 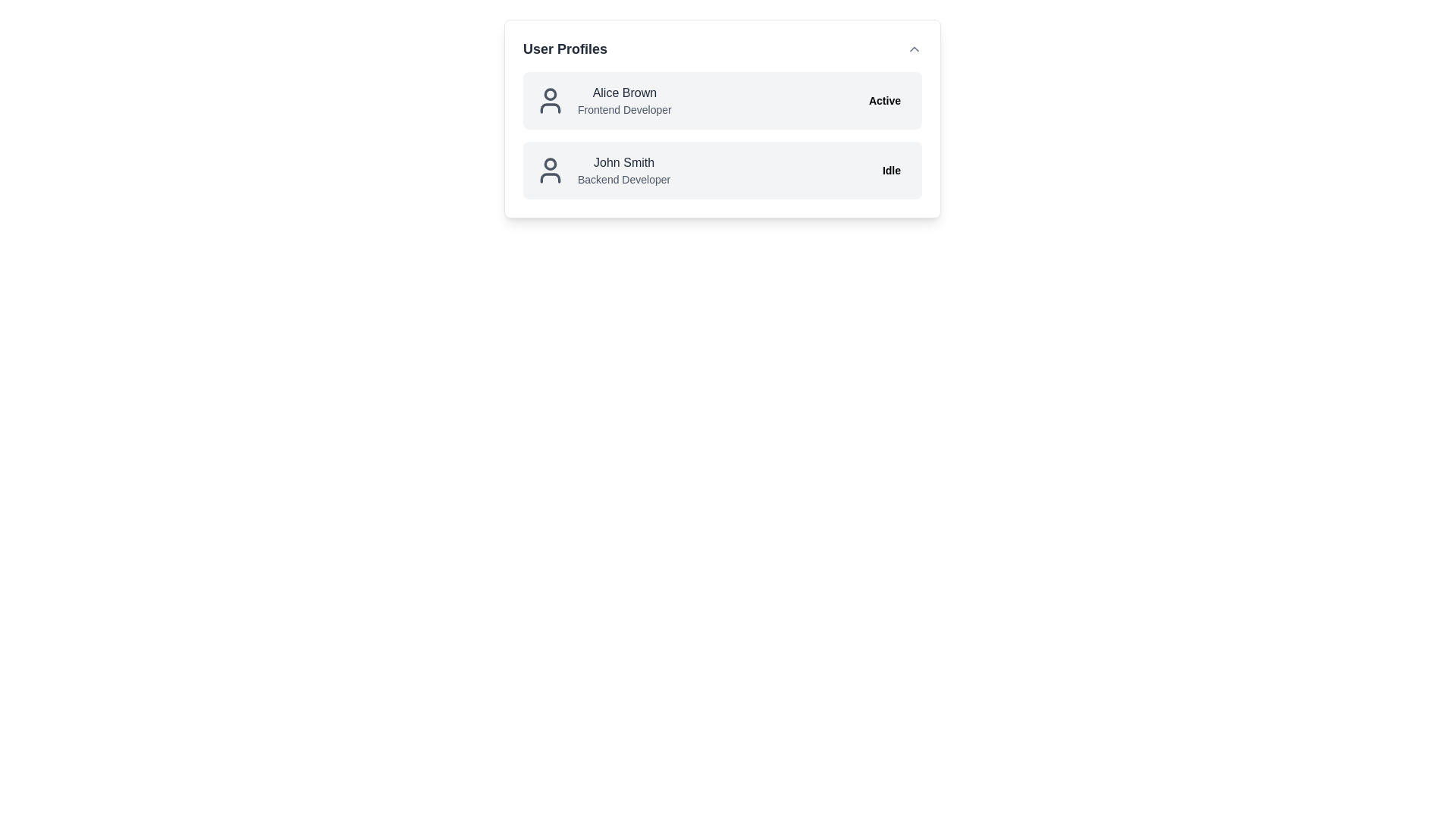 What do you see at coordinates (549, 170) in the screenshot?
I see `the user profile icon resembling a silhouette located at the top-left corner of the 'John Smith' entry in the user profile section` at bounding box center [549, 170].